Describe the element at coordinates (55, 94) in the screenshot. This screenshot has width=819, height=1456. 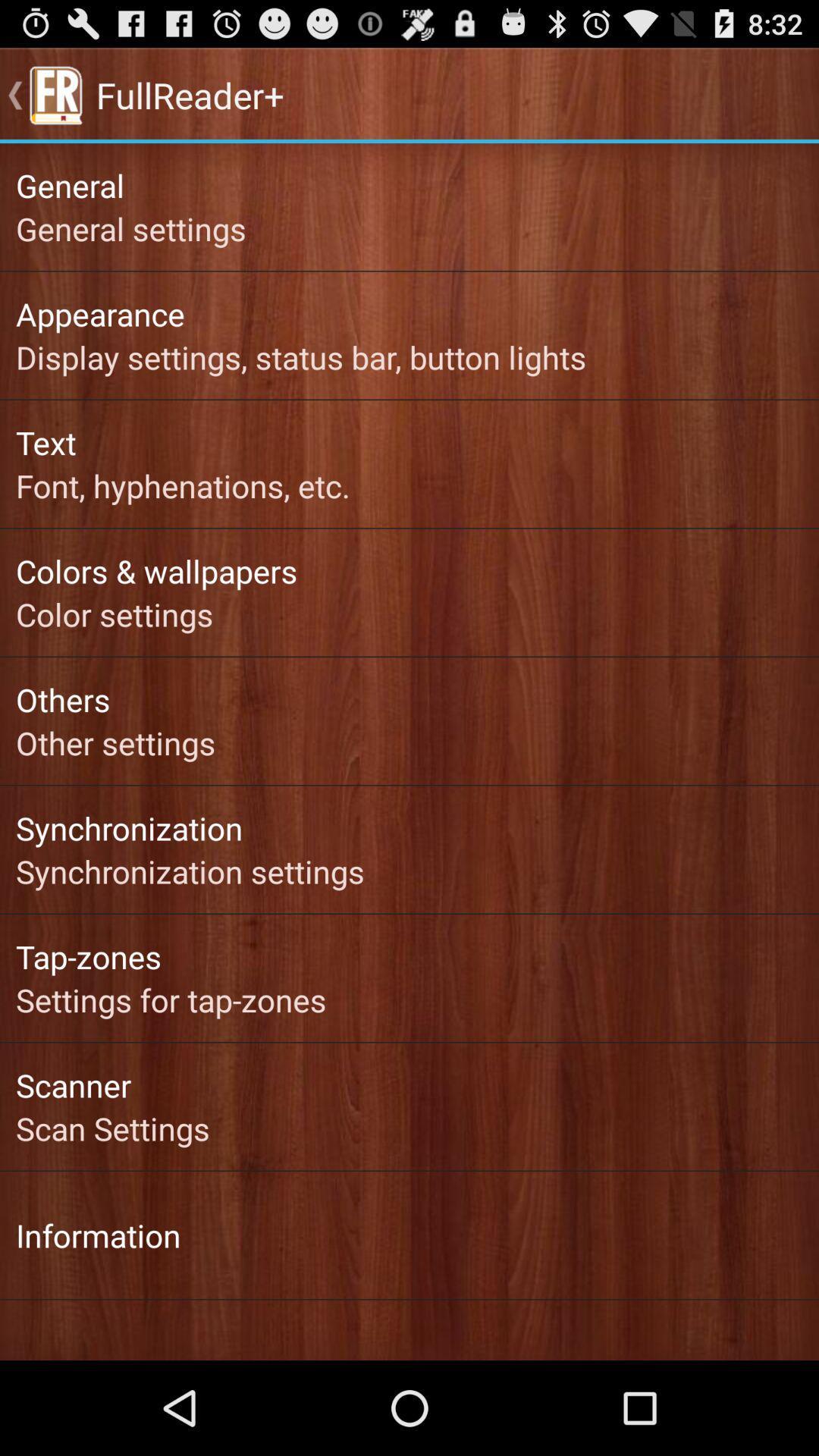
I see `logo at top left` at that location.